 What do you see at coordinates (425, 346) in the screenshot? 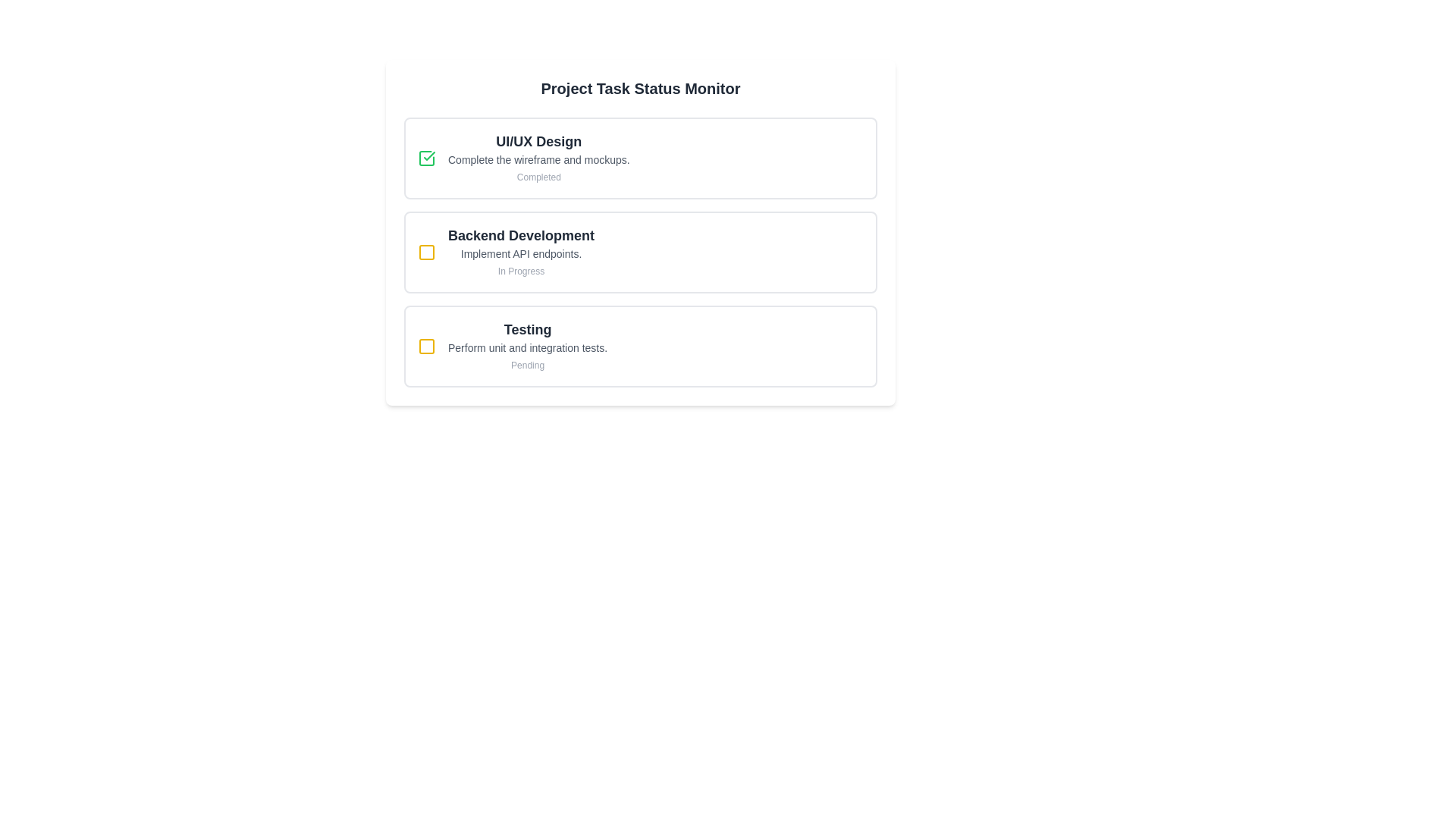
I see `the yellow status indicator icon for the 'Testing' task, which is the leftmost element in the task entry` at bounding box center [425, 346].